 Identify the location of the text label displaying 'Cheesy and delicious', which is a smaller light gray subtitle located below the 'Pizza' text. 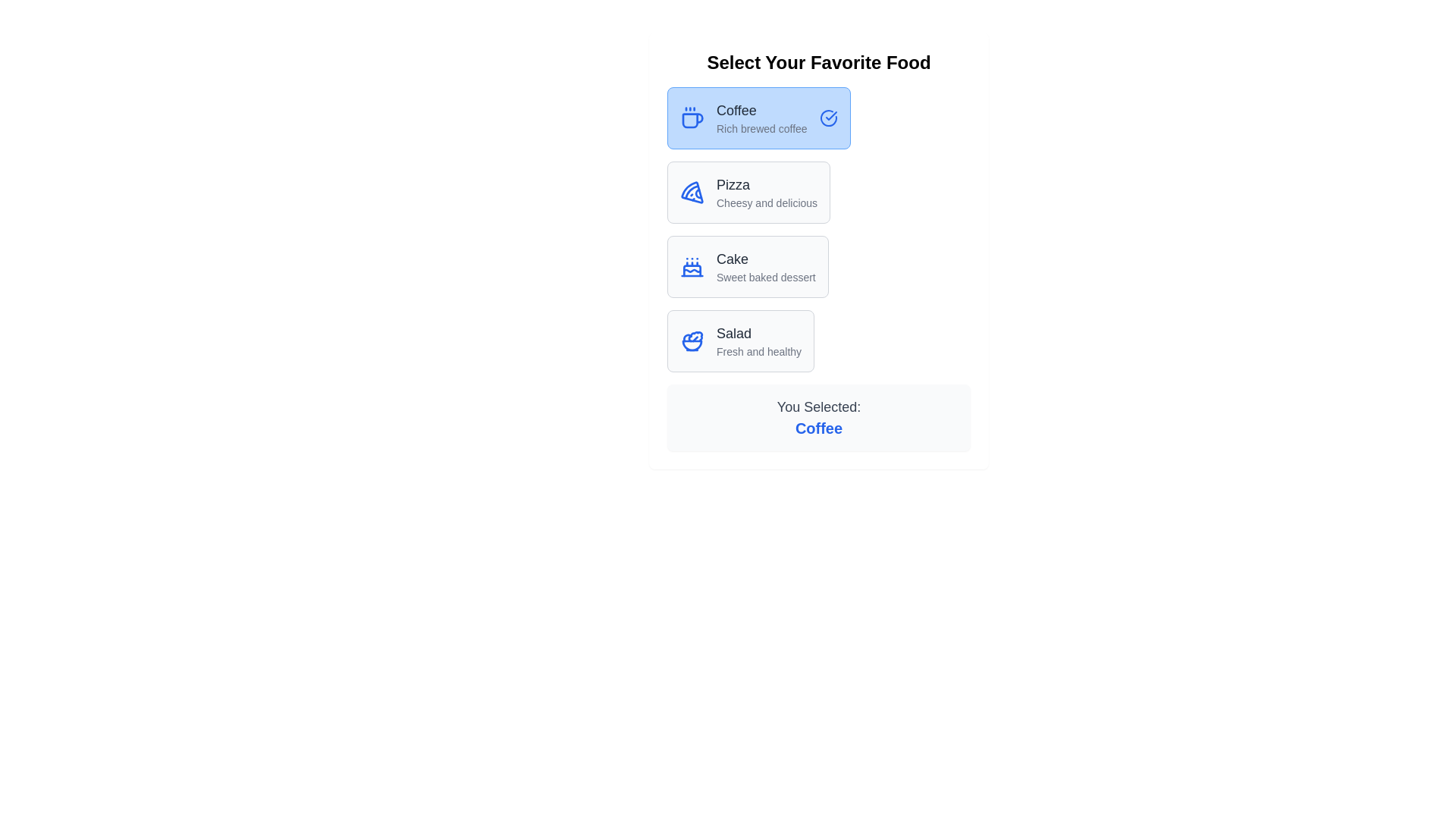
(767, 202).